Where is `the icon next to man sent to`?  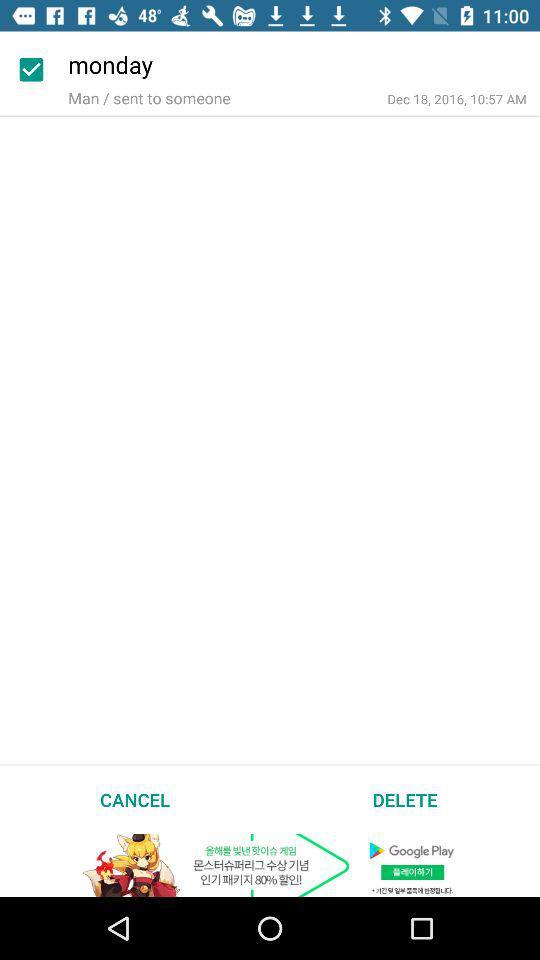
the icon next to man sent to is located at coordinates (457, 99).